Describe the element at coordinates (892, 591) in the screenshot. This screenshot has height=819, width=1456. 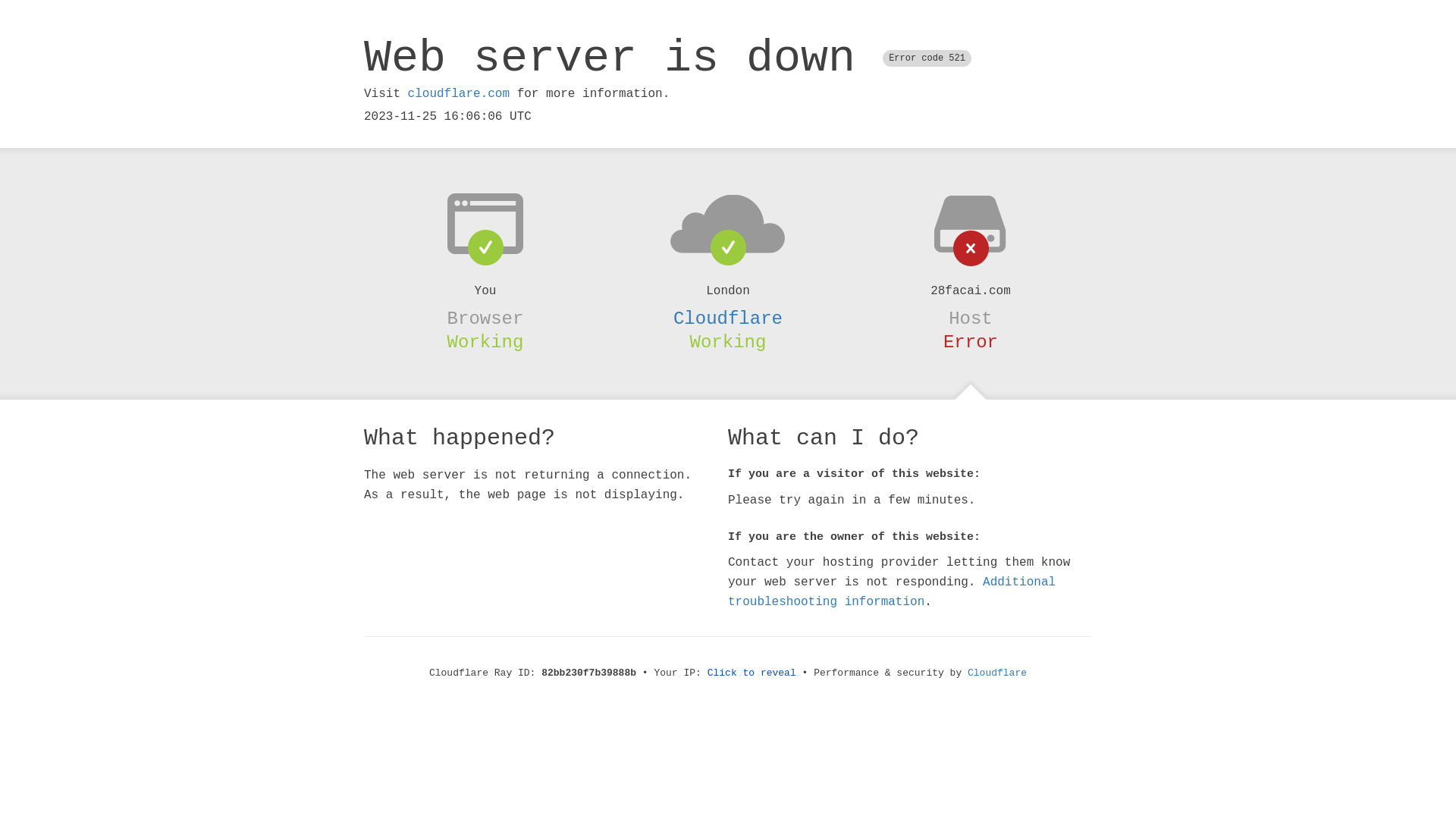
I see `'Additional troubleshooting information'` at that location.